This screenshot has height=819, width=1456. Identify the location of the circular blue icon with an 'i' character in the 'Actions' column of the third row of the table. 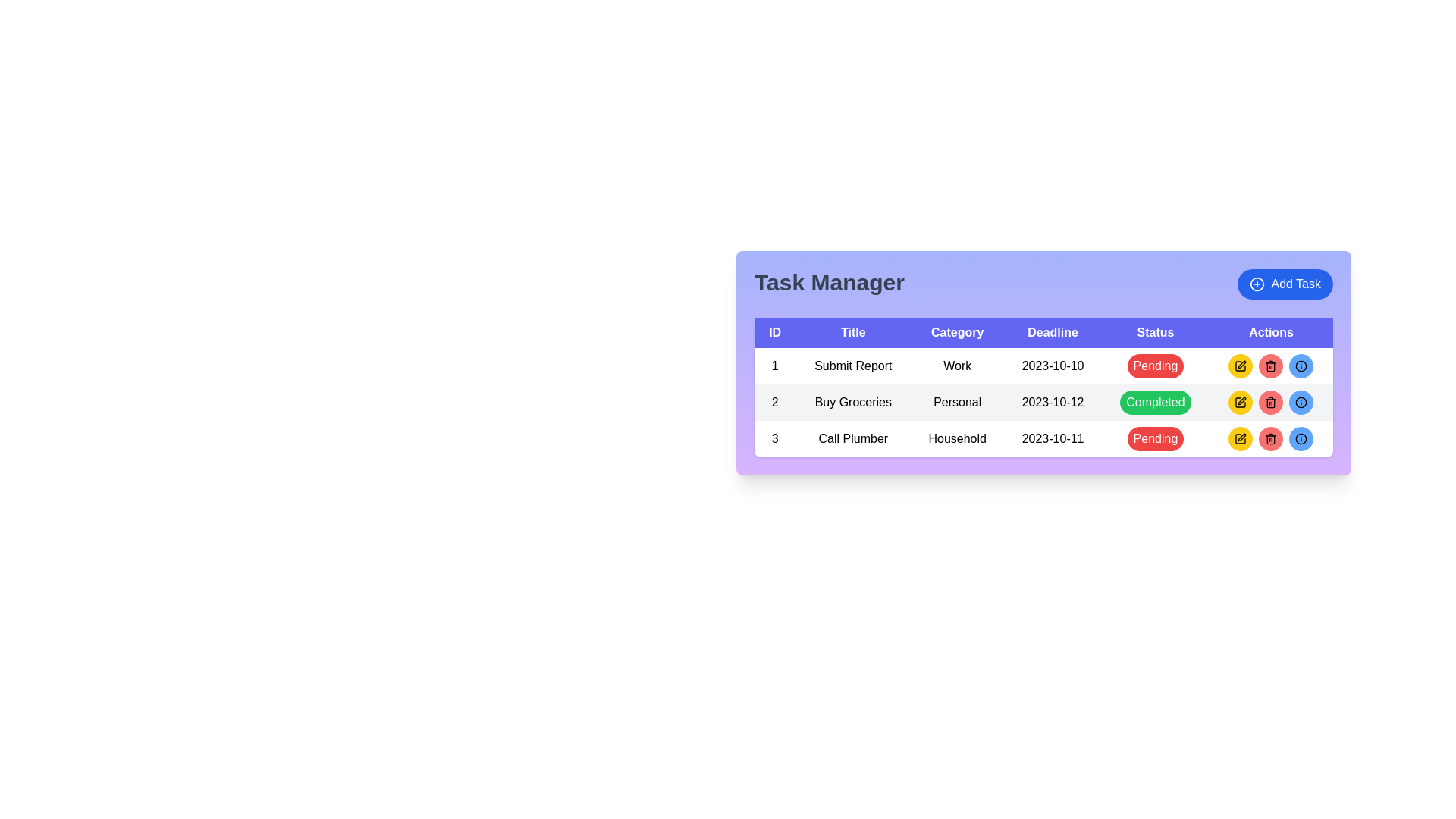
(1301, 366).